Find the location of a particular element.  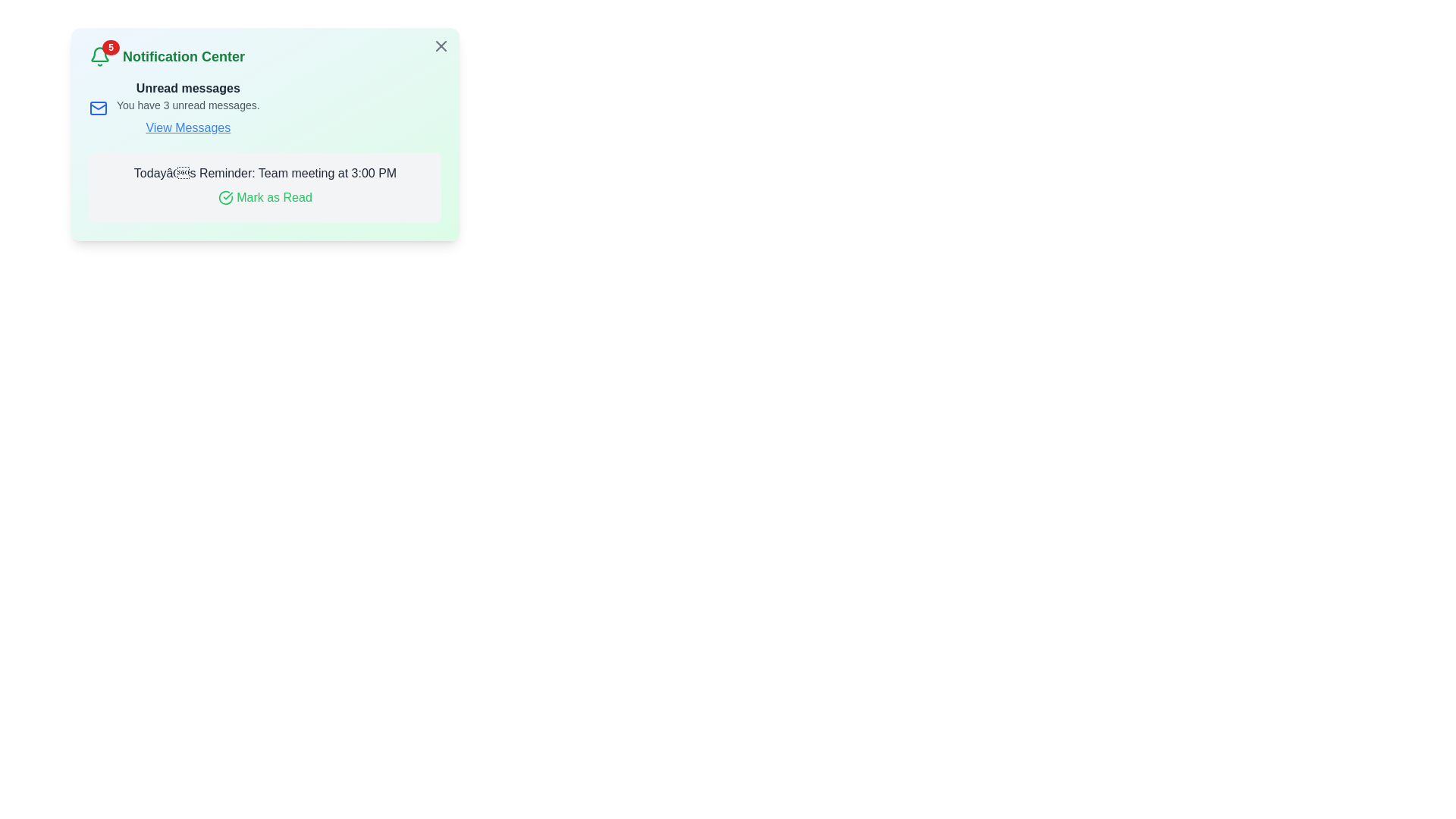

the icon that visually indicates marking an item as read, located to the left of the text 'Mark as Read' within the notification box is located at coordinates (225, 197).